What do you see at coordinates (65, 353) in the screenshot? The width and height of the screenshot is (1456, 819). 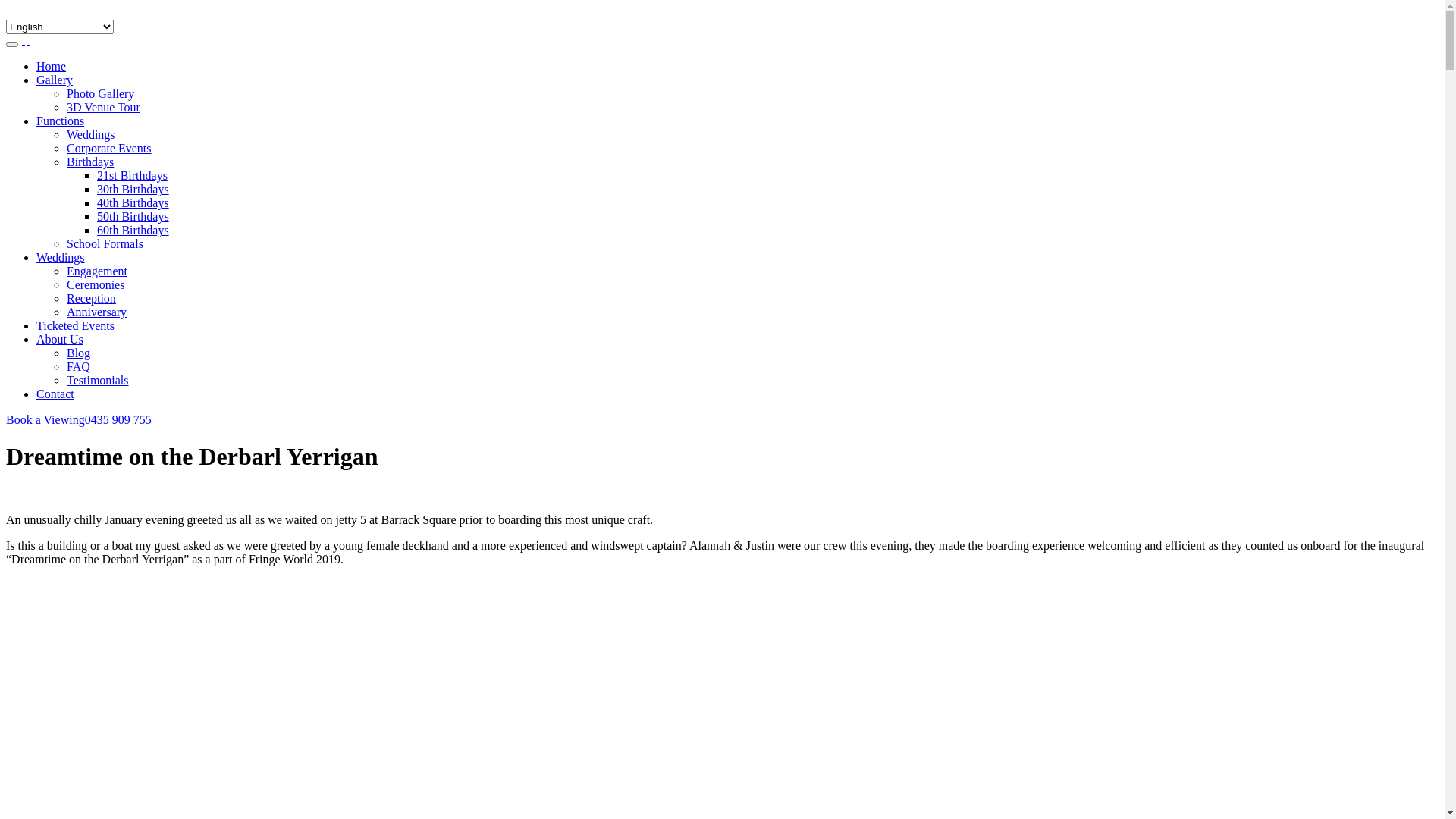 I see `'Blog'` at bounding box center [65, 353].